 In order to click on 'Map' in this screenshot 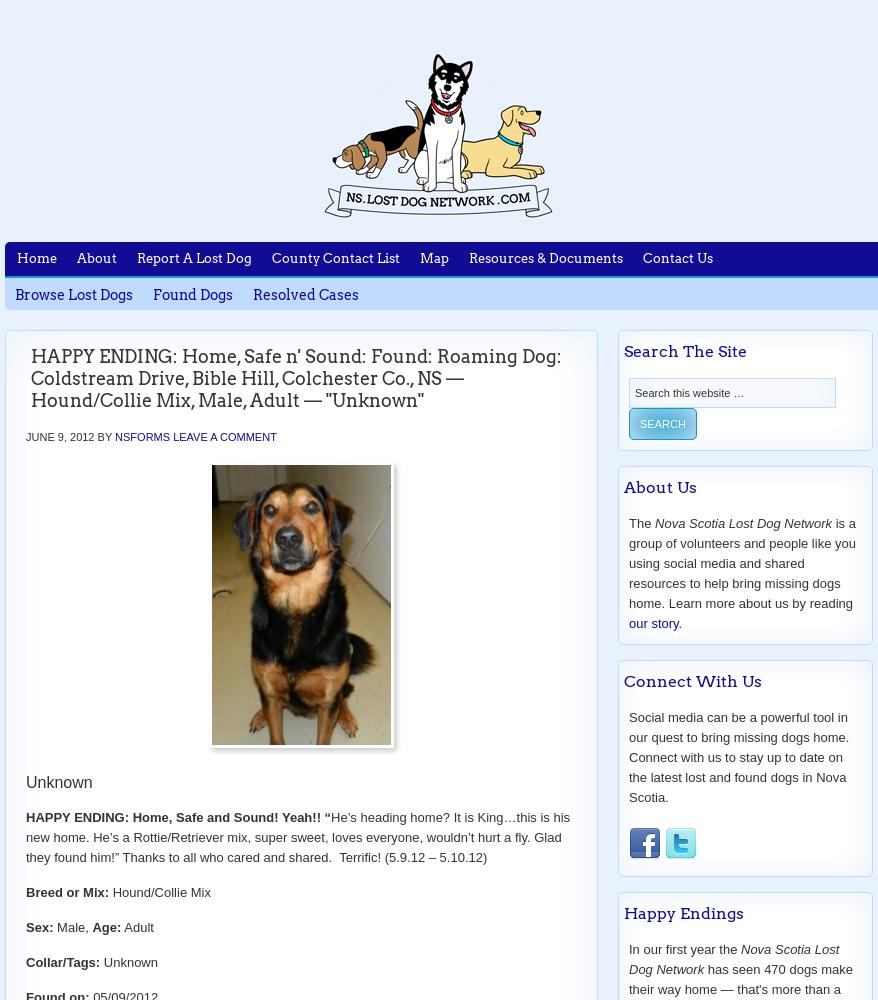, I will do `click(420, 258)`.